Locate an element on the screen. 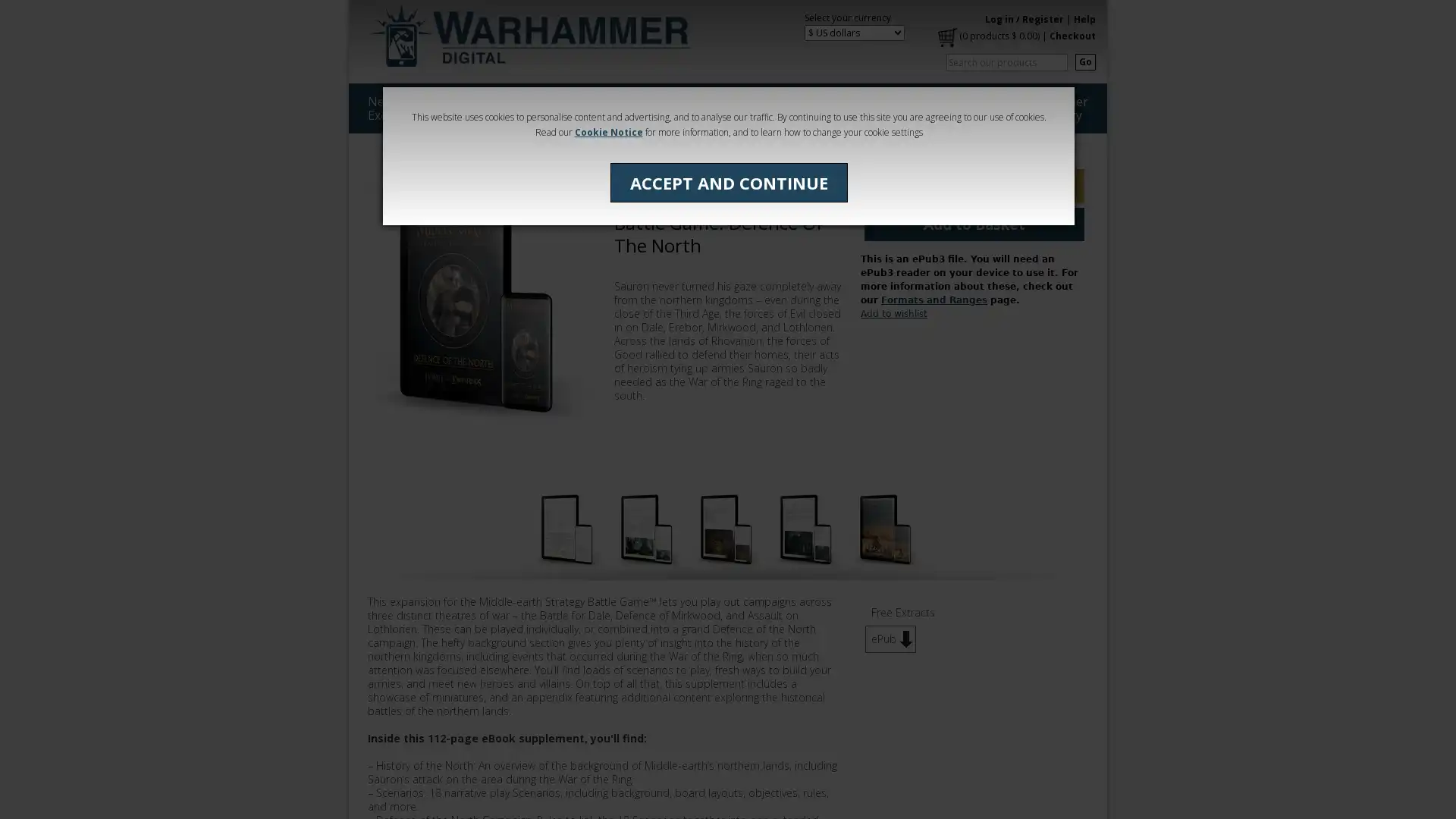 This screenshot has width=1456, height=819. Go is located at coordinates (1084, 61).